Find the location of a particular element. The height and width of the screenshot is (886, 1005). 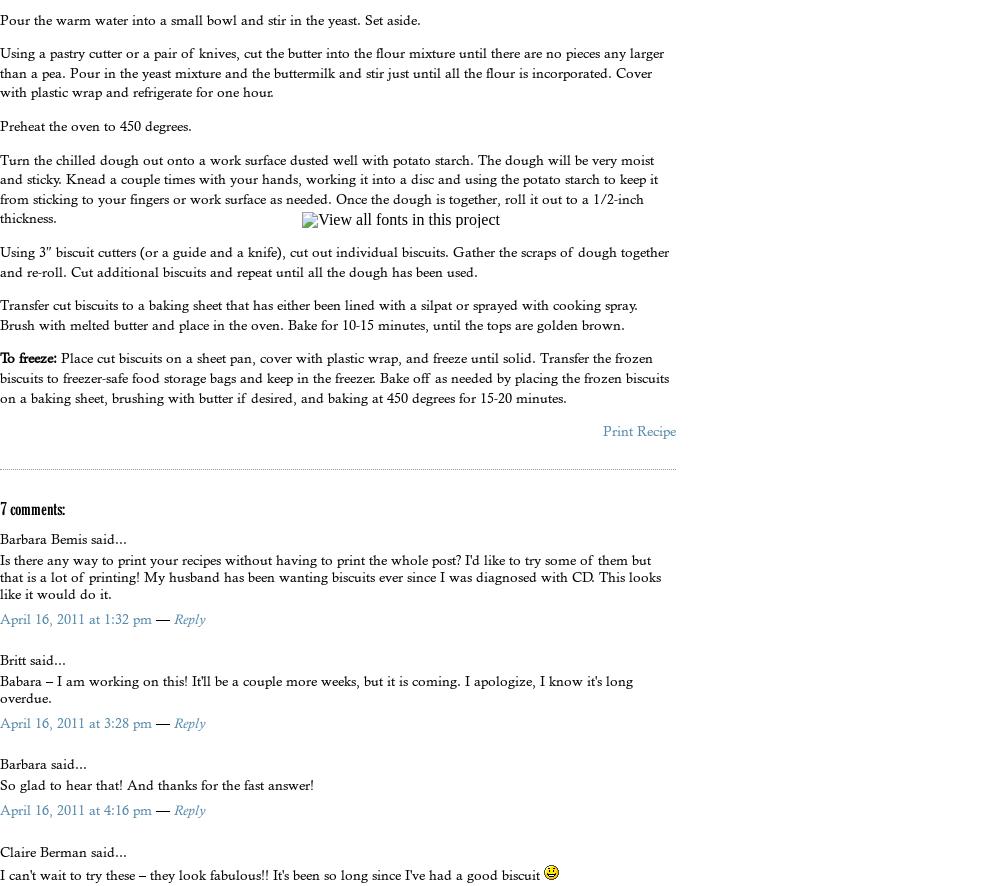

'Using a pastry cutter or a pair of knives, cut the butter into the flour mixture until there are no pieces any larger than a pea.  Pour in the yeast mixture and the buttermilk and stir just until all the flour is incorporated.  Cover with plastic wrap and refrigerate for one hour.' is located at coordinates (330, 71).